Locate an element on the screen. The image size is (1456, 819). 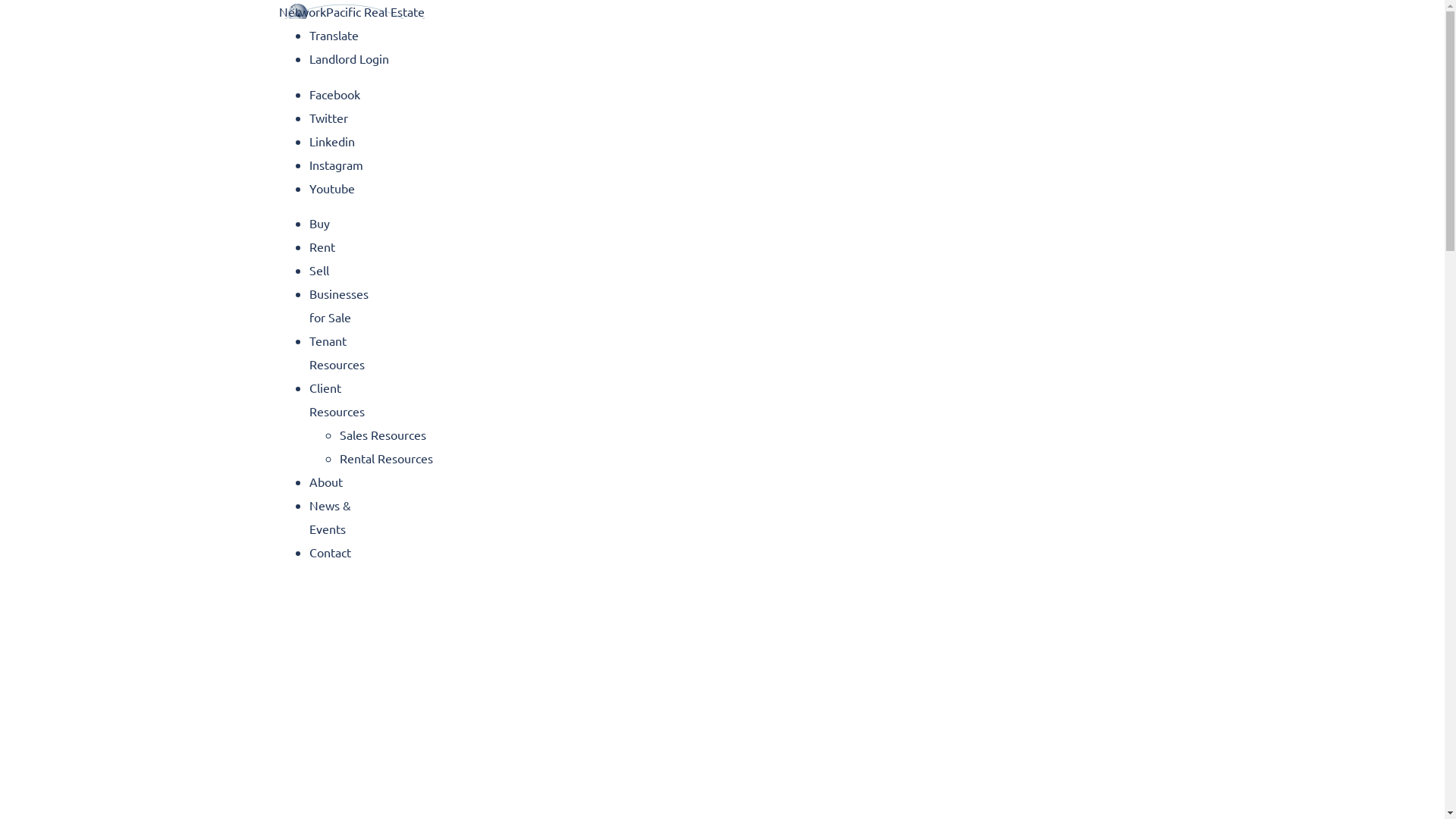
'Youtube' is located at coordinates (331, 187).